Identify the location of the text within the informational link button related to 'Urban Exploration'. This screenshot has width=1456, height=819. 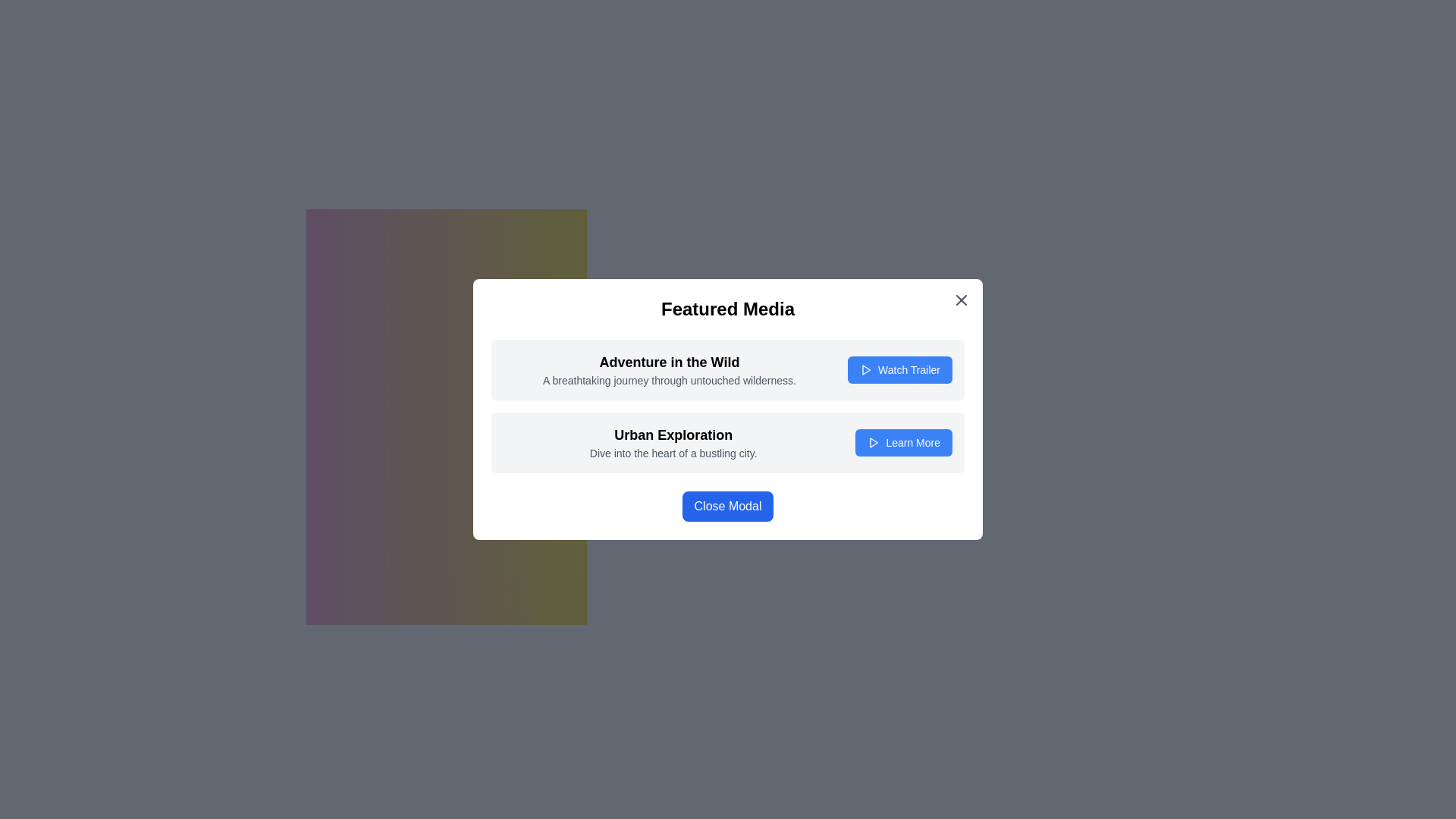
(912, 442).